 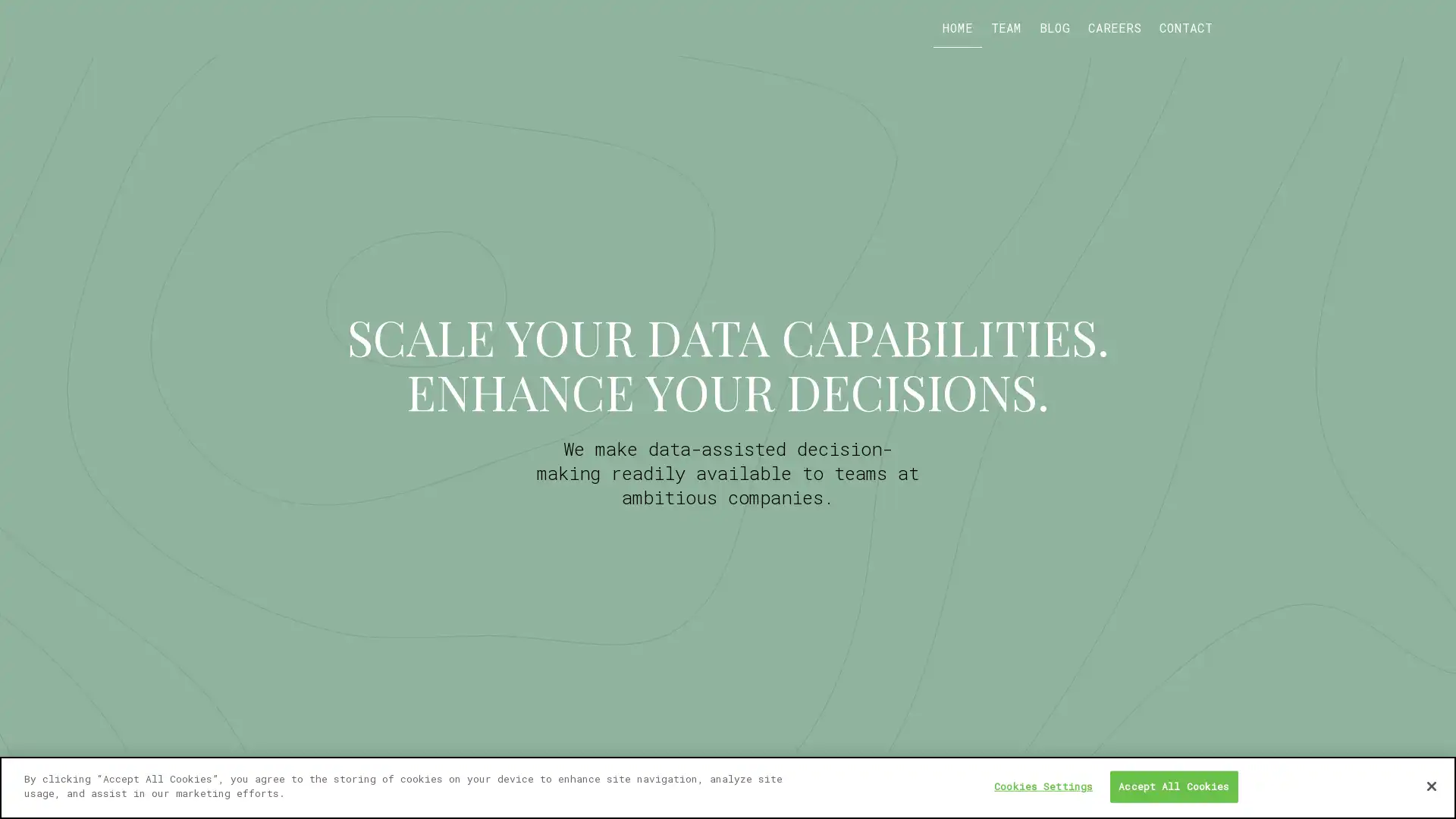 I want to click on Accept All Cookies, so click(x=1172, y=786).